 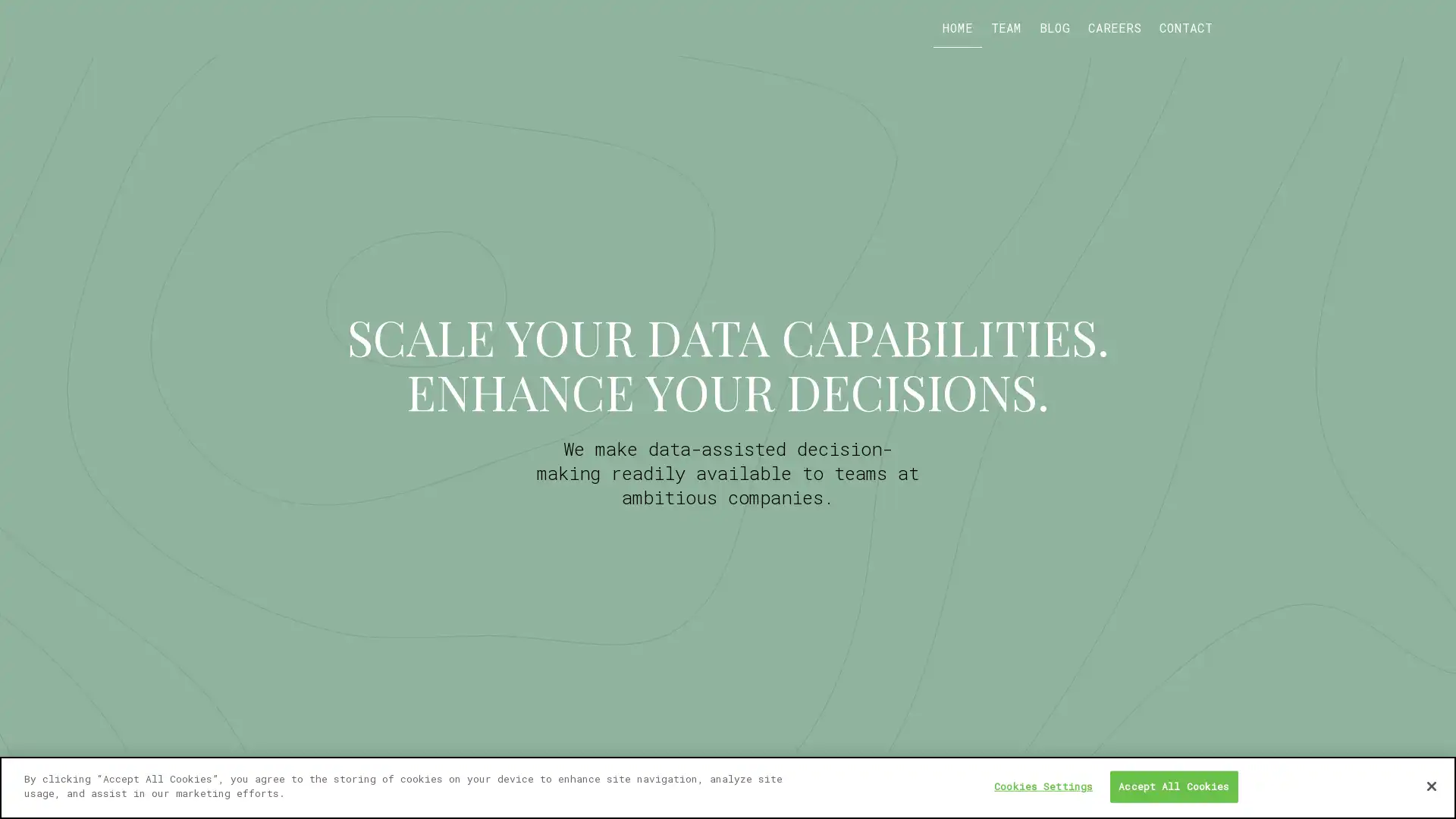 I want to click on Accept All Cookies, so click(x=1172, y=786).